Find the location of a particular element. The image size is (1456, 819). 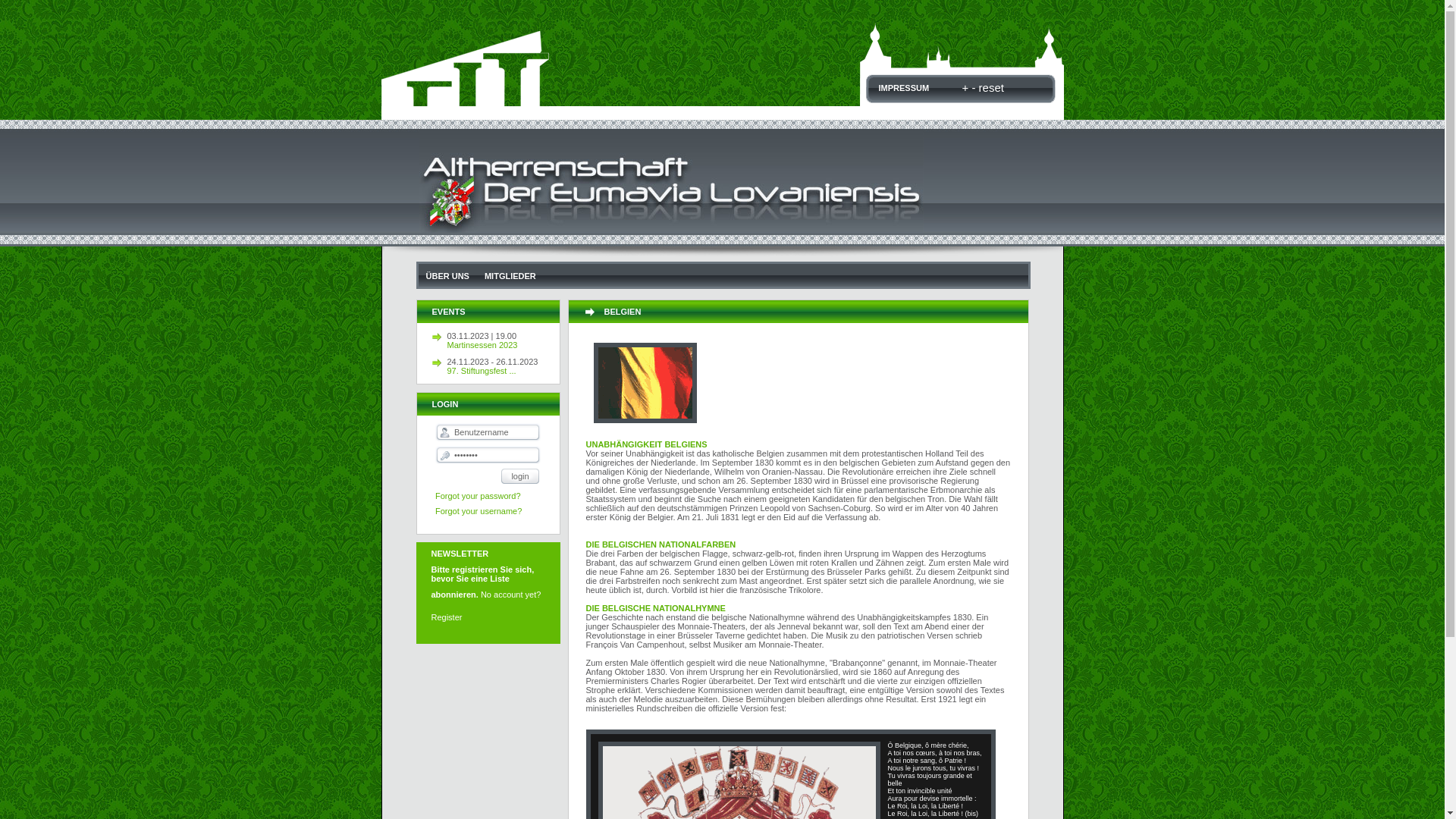

'97. Stiftungsfest ...' is located at coordinates (503, 371).